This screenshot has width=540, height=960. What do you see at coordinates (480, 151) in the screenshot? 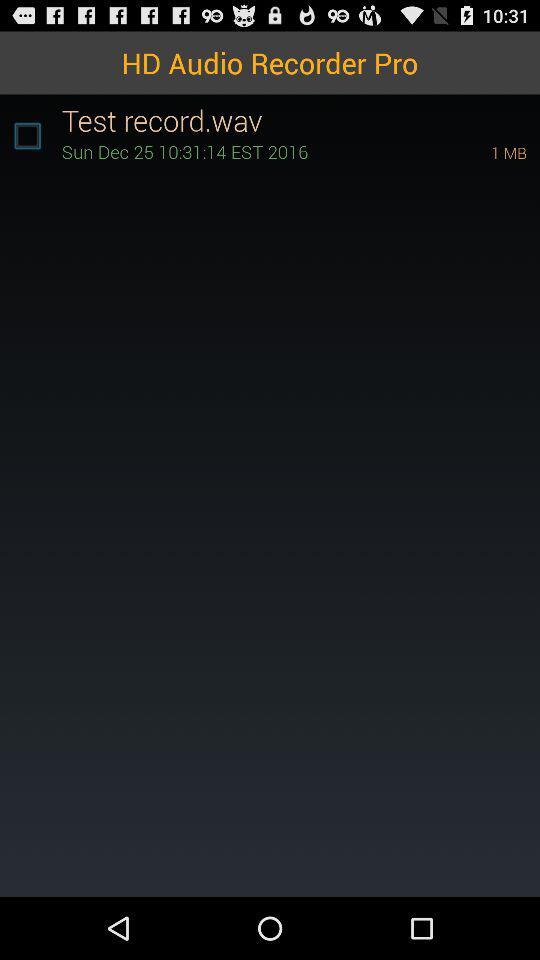
I see `1 mb icon` at bounding box center [480, 151].